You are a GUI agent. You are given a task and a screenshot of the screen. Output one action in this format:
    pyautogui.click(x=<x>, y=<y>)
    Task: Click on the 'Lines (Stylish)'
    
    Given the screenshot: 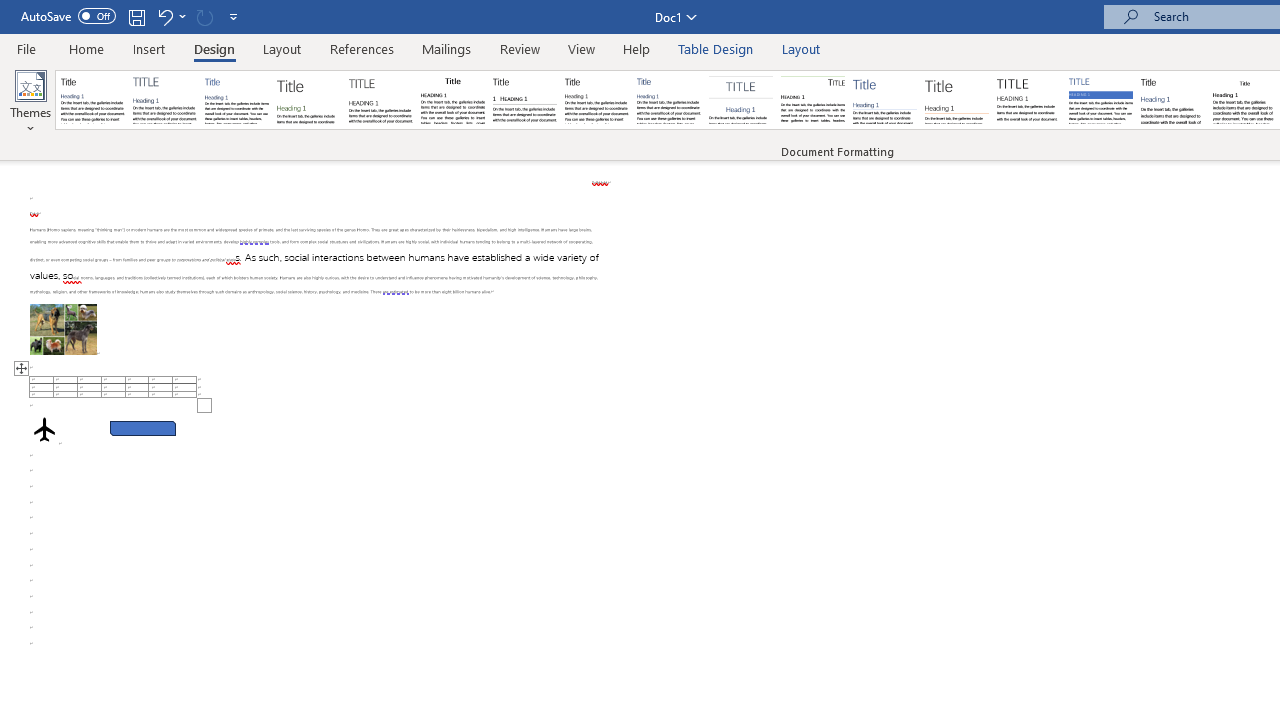 What is the action you would take?
    pyautogui.click(x=956, y=100)
    